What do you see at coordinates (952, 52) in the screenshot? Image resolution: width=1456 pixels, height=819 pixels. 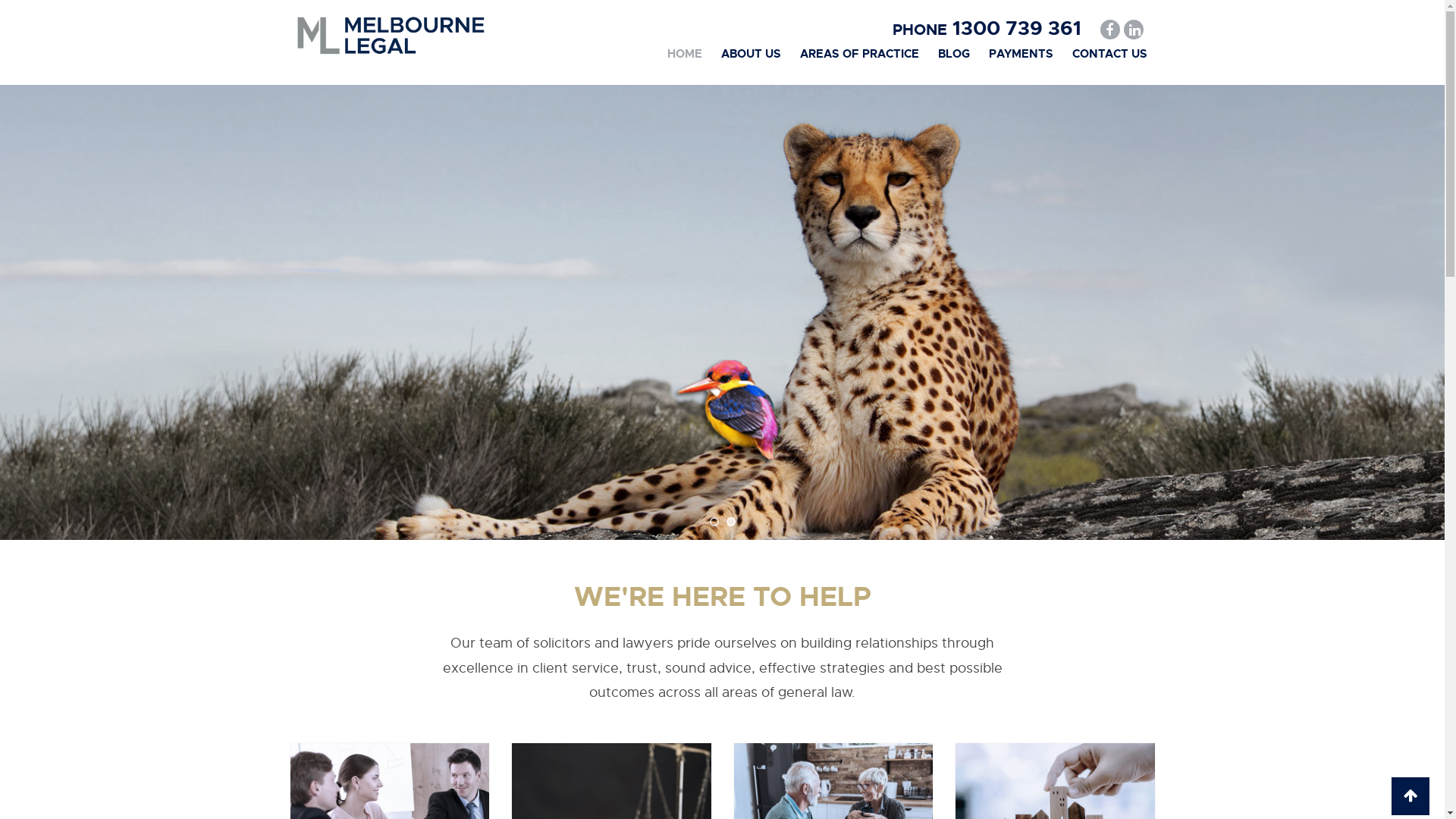 I see `'BLOG'` at bounding box center [952, 52].